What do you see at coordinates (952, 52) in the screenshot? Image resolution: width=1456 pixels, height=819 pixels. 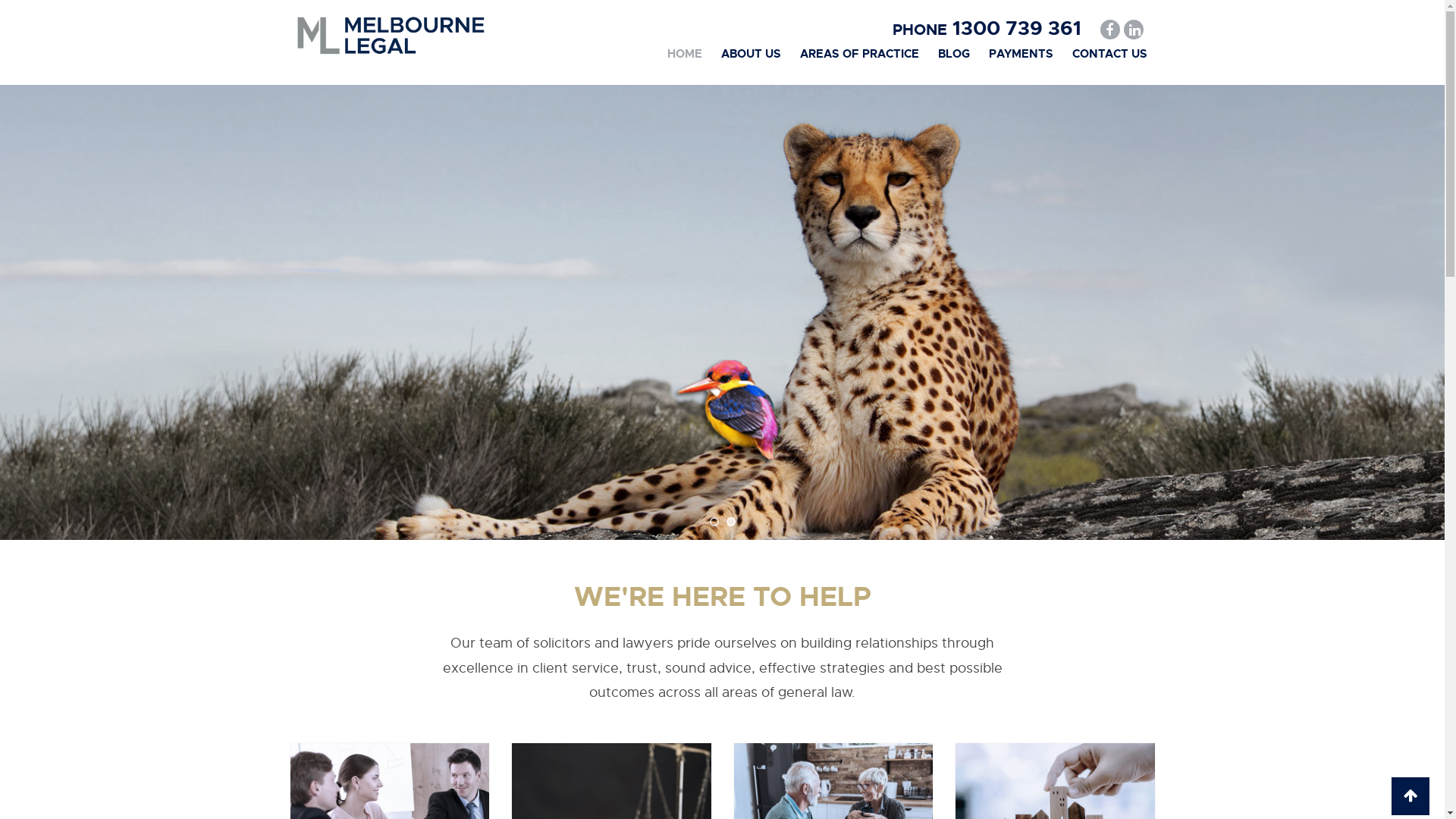 I see `'BLOG'` at bounding box center [952, 52].